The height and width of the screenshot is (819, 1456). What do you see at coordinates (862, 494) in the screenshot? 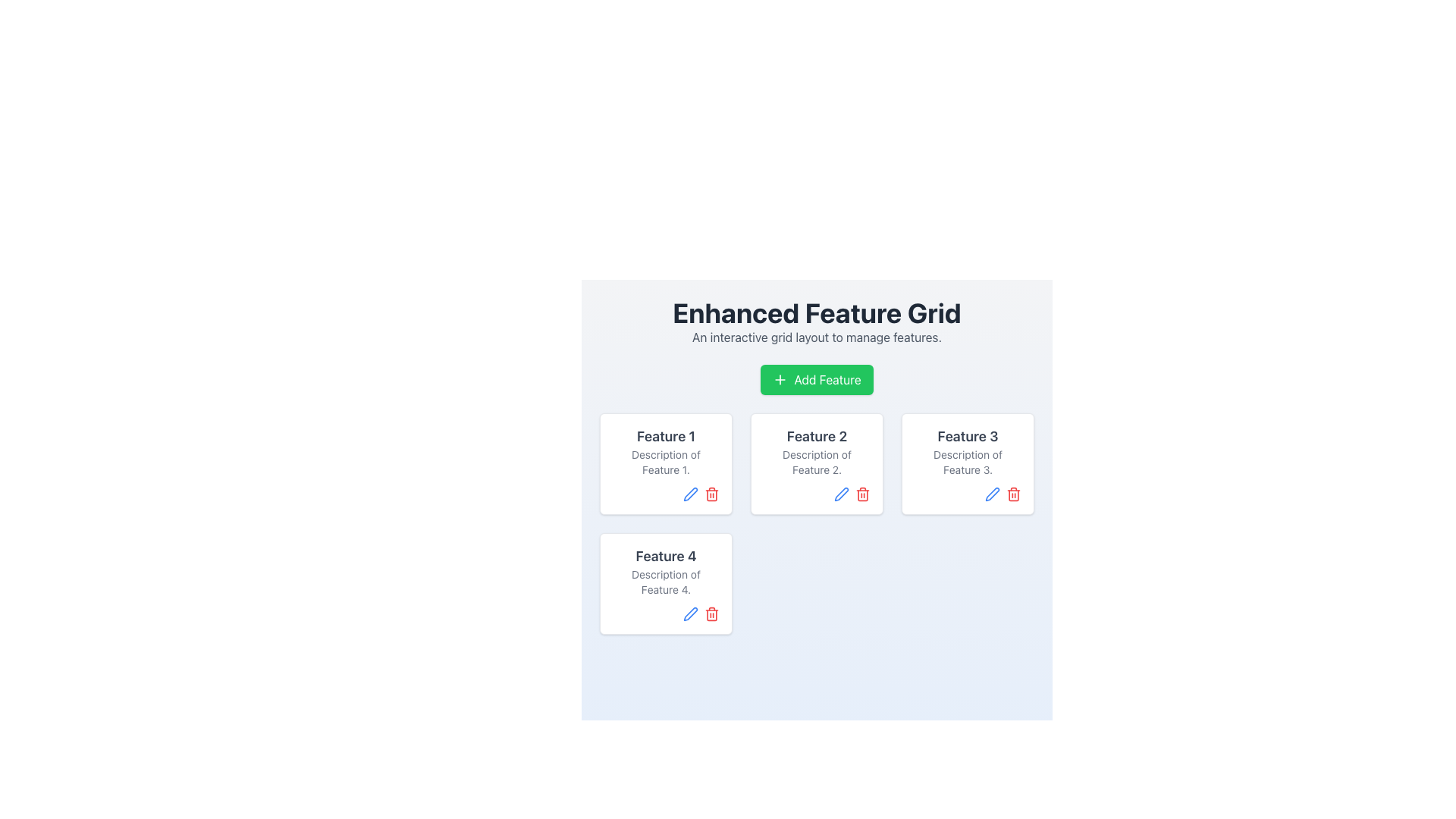
I see `the delete icon button located at the bottom-right corner of the card labeled 'Feature 2' to potentially display a tooltip` at bounding box center [862, 494].